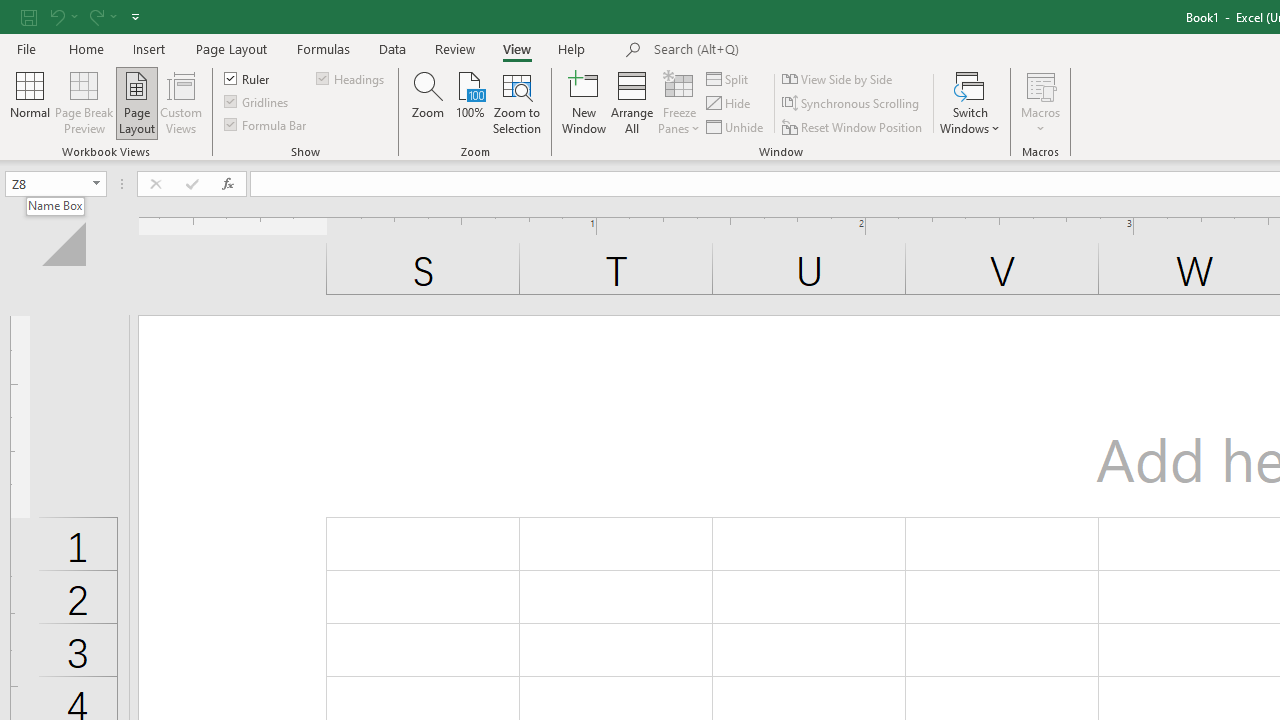 Image resolution: width=1280 pixels, height=720 pixels. What do you see at coordinates (352, 77) in the screenshot?
I see `'Headings'` at bounding box center [352, 77].